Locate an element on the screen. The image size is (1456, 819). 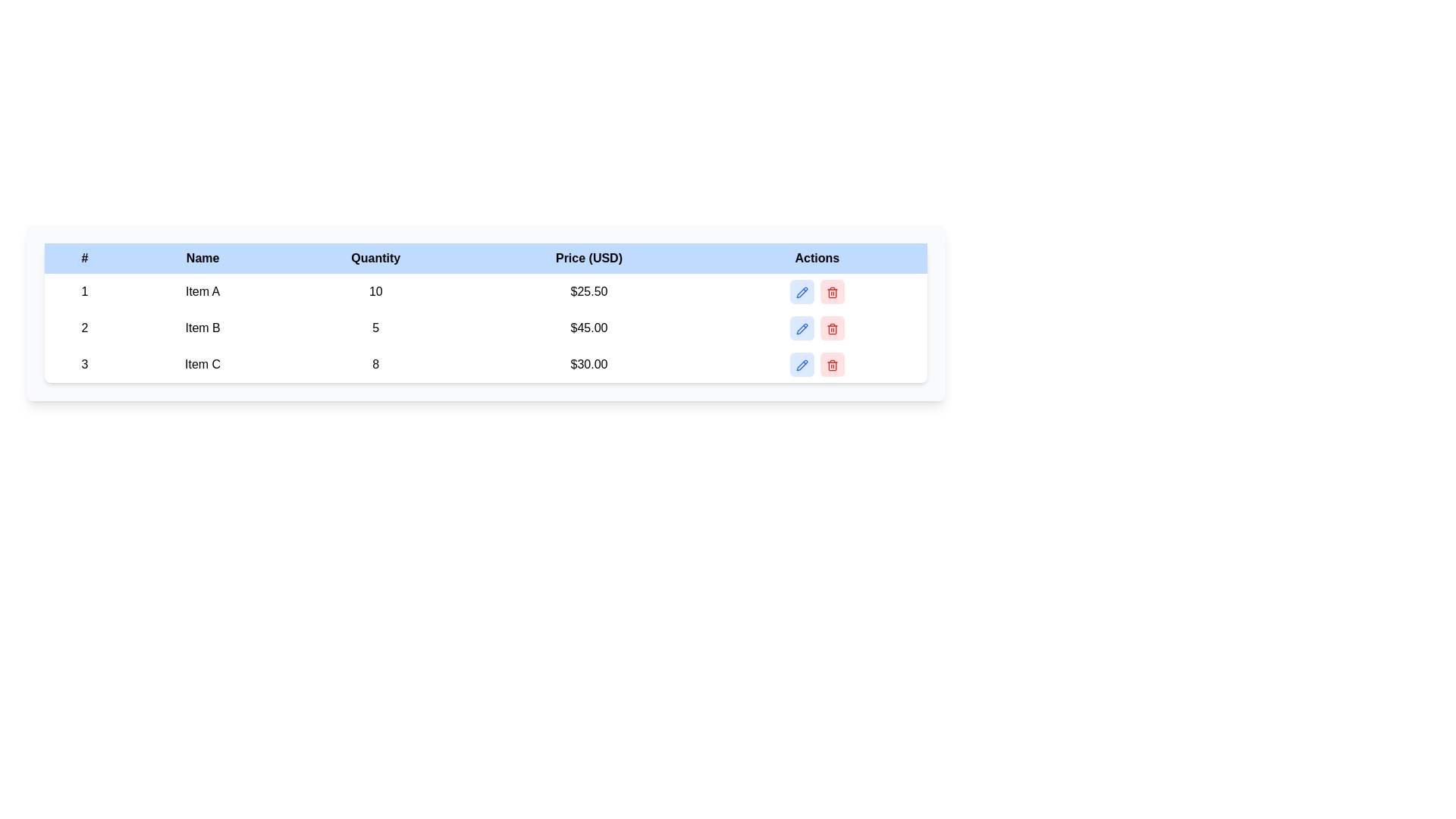
the edit action icon located in the third column of the first row of the table to trigger a tooltip if present is located at coordinates (801, 292).